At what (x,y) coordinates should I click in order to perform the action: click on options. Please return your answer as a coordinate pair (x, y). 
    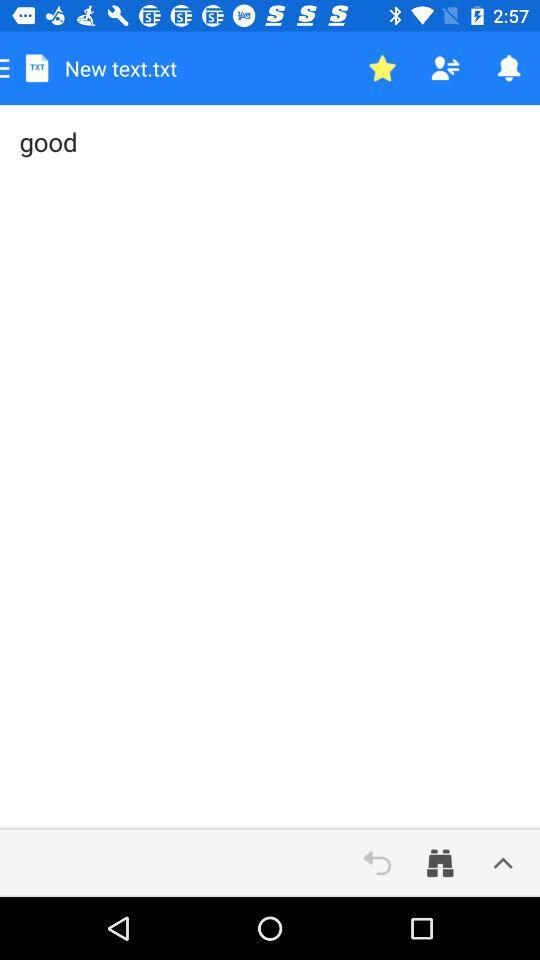
    Looking at the image, I should click on (502, 862).